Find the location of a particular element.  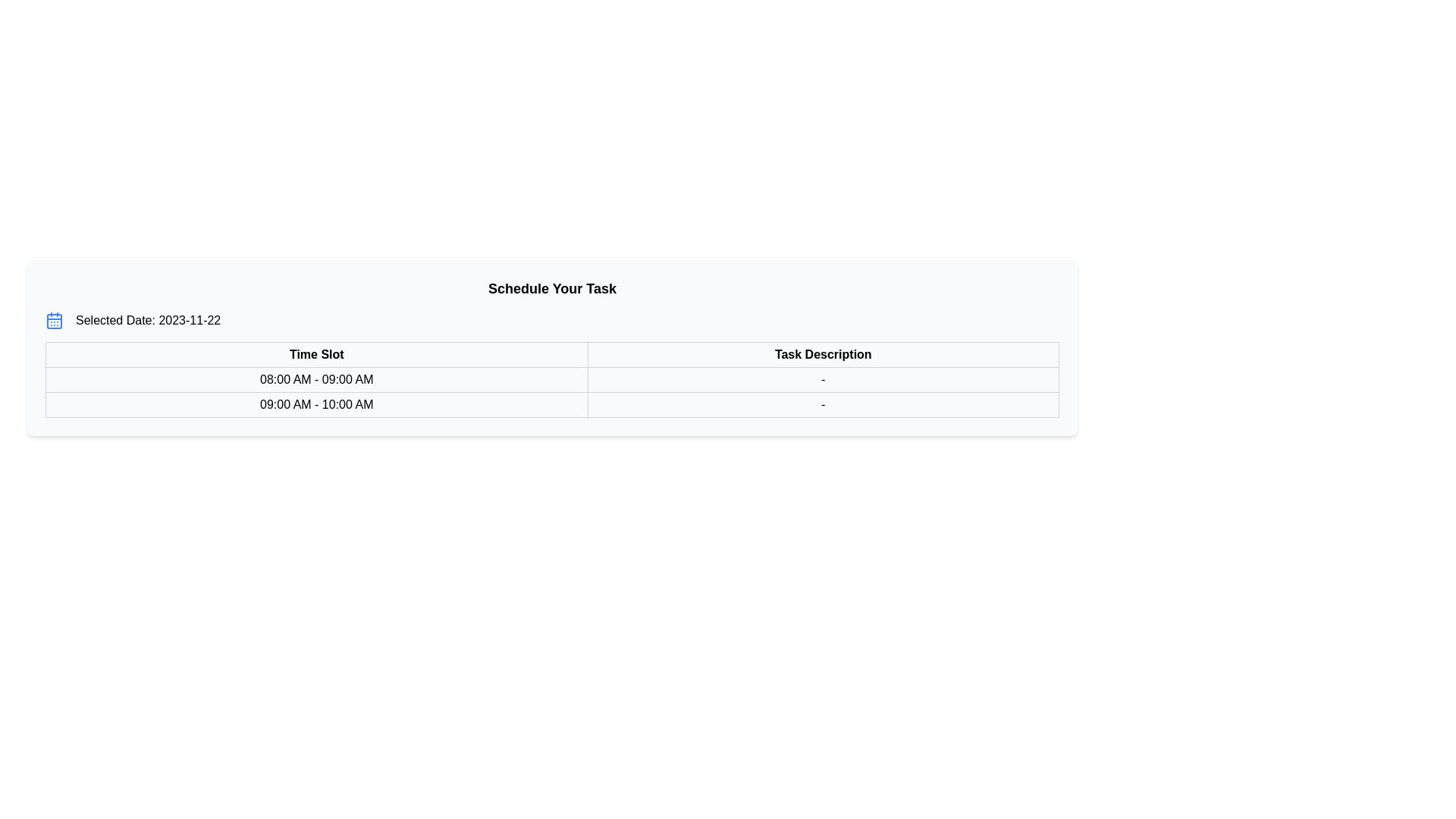

the blue calendar icon located at the far left of the horizontal panel is located at coordinates (55, 320).